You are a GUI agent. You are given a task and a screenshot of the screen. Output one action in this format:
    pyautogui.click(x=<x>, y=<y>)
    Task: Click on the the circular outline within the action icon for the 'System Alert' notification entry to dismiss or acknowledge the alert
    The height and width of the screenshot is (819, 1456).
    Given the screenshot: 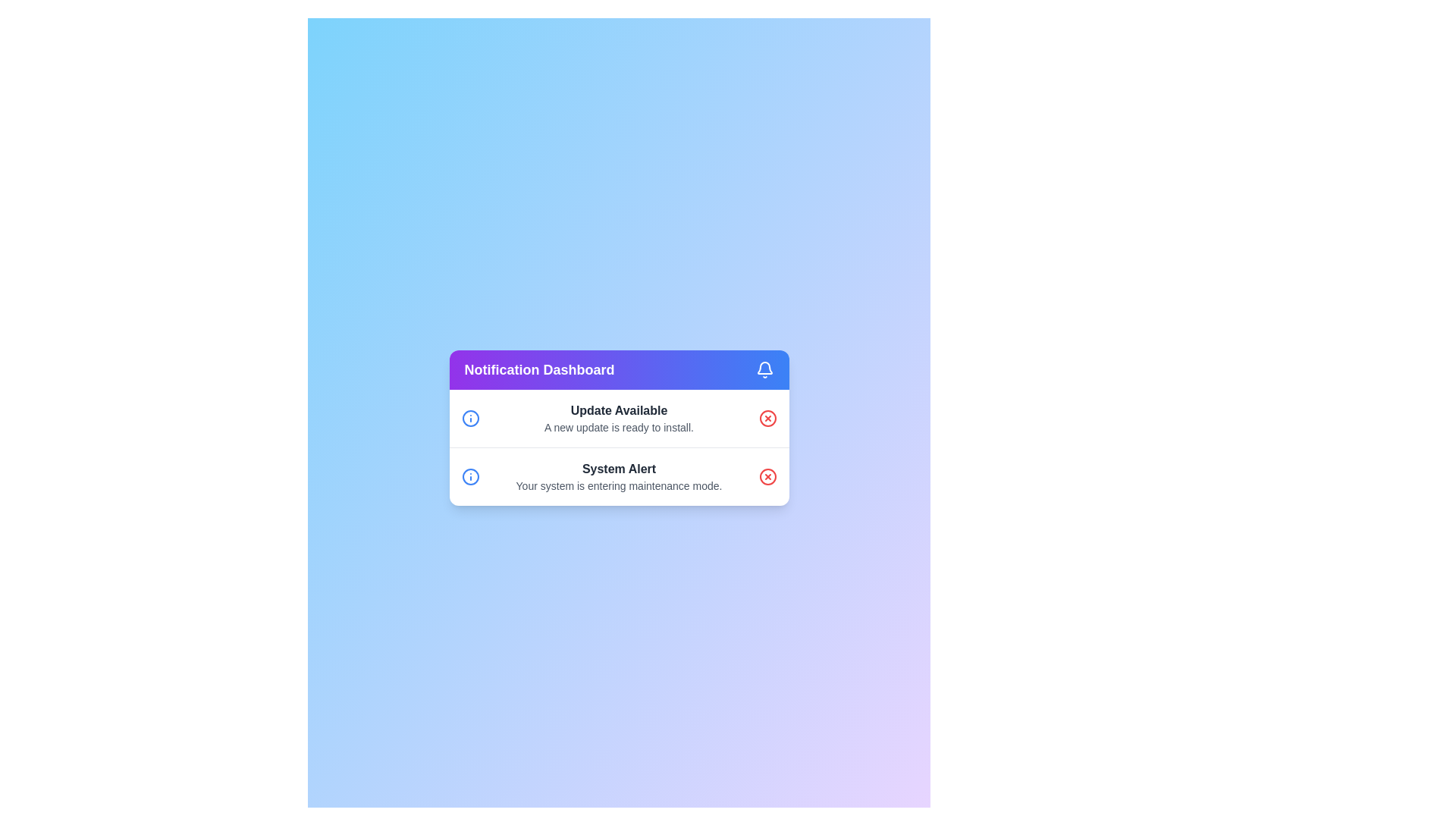 What is the action you would take?
    pyautogui.click(x=767, y=475)
    